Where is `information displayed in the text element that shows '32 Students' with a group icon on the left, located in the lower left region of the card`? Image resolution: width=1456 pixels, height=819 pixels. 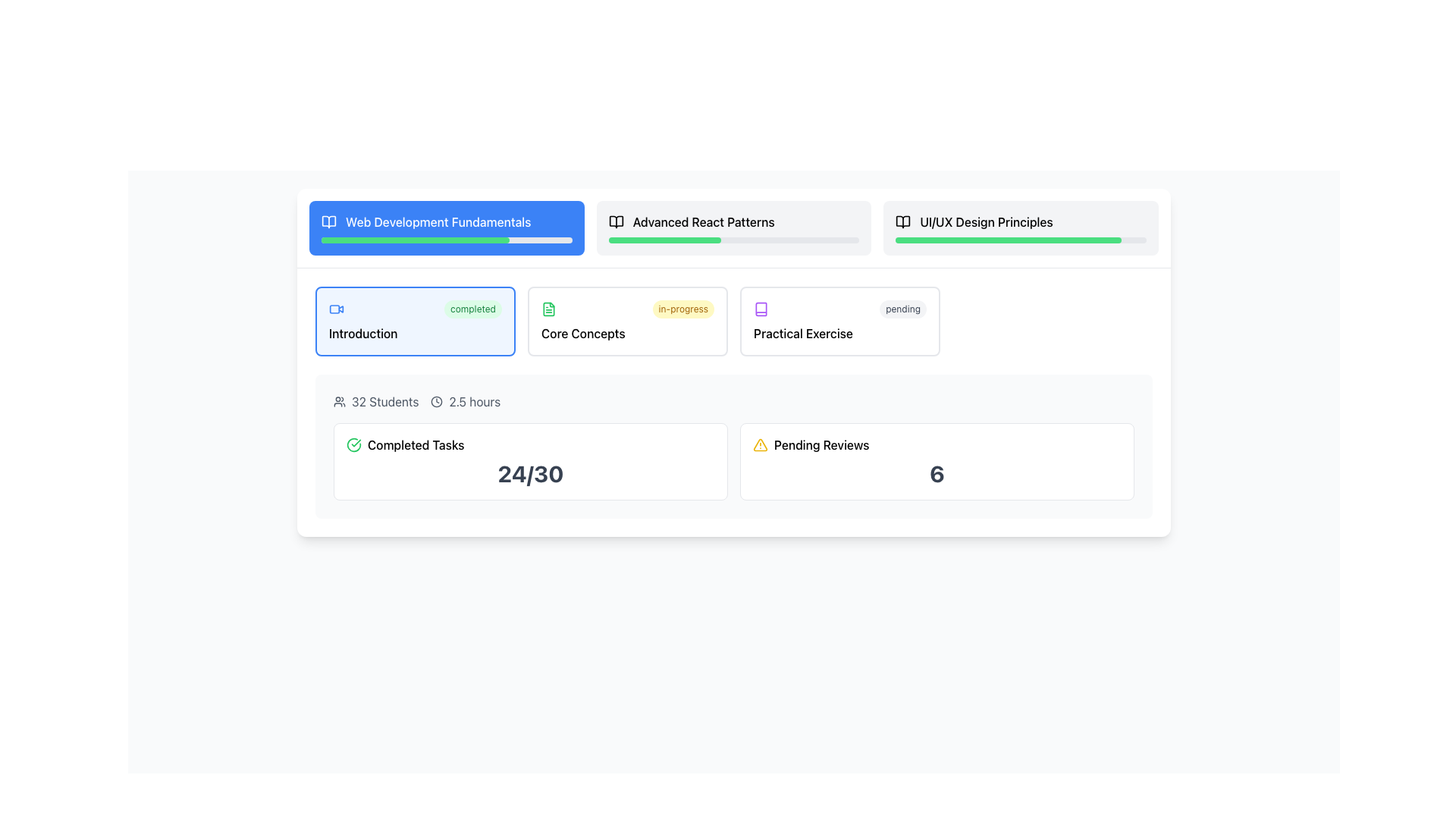 information displayed in the text element that shows '32 Students' with a group icon on the left, located in the lower left region of the card is located at coordinates (376, 400).